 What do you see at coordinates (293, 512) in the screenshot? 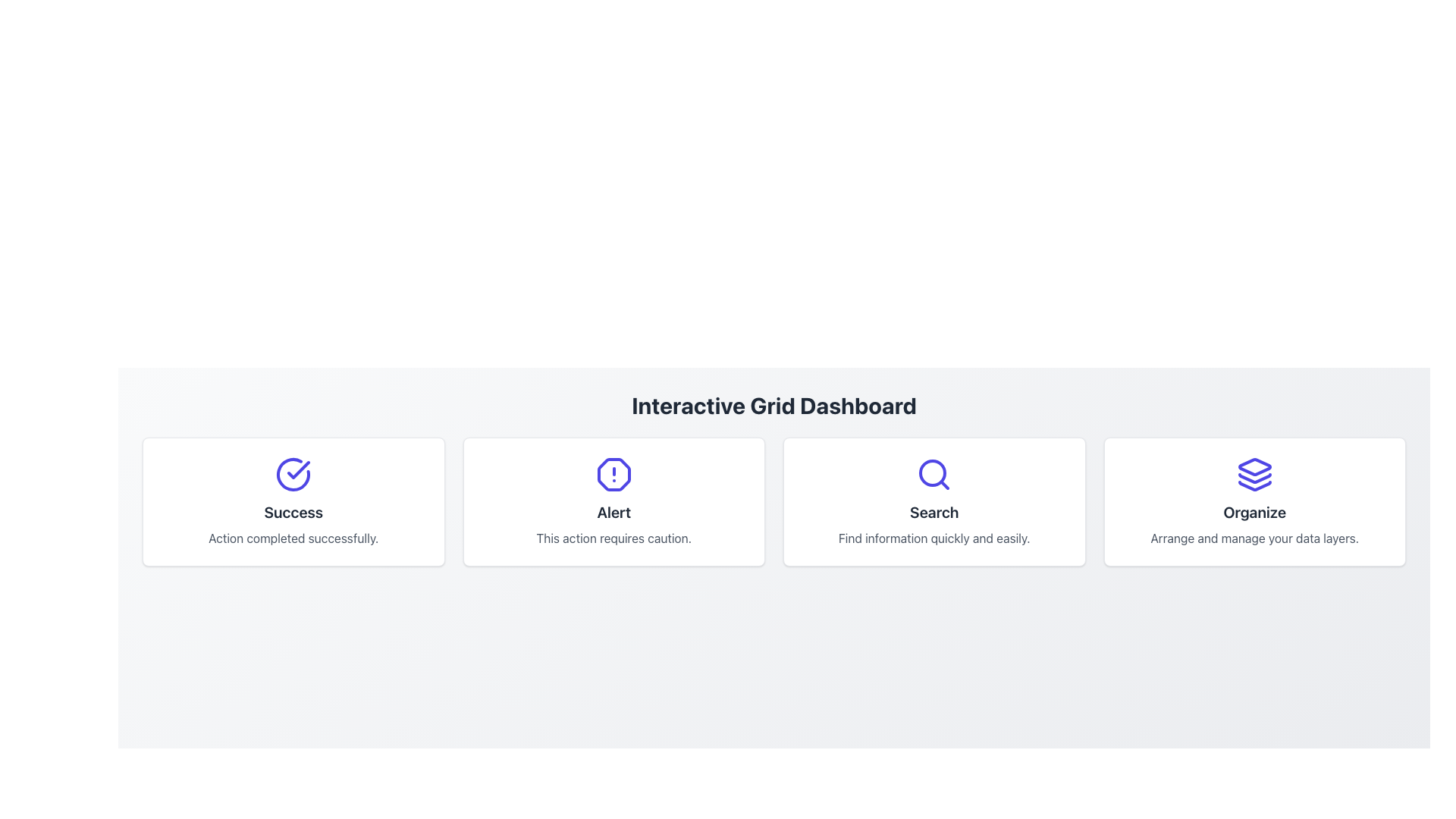
I see `the 'Success' text label, which is bold, center-aligned, and dark gray in color, located within the first card of a horizontally aligned grid` at bounding box center [293, 512].